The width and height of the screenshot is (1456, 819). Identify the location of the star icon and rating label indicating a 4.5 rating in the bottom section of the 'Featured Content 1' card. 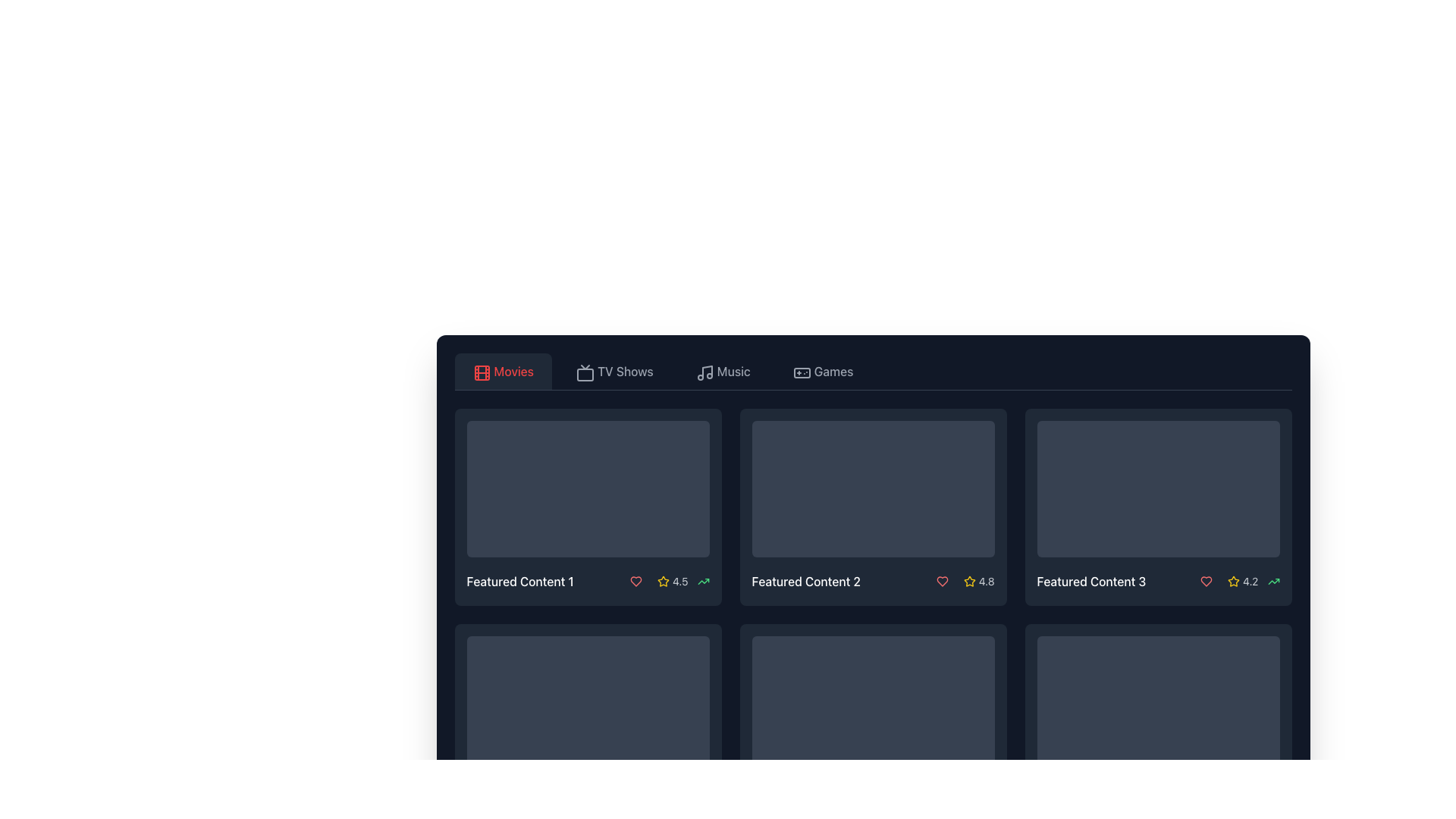
(672, 581).